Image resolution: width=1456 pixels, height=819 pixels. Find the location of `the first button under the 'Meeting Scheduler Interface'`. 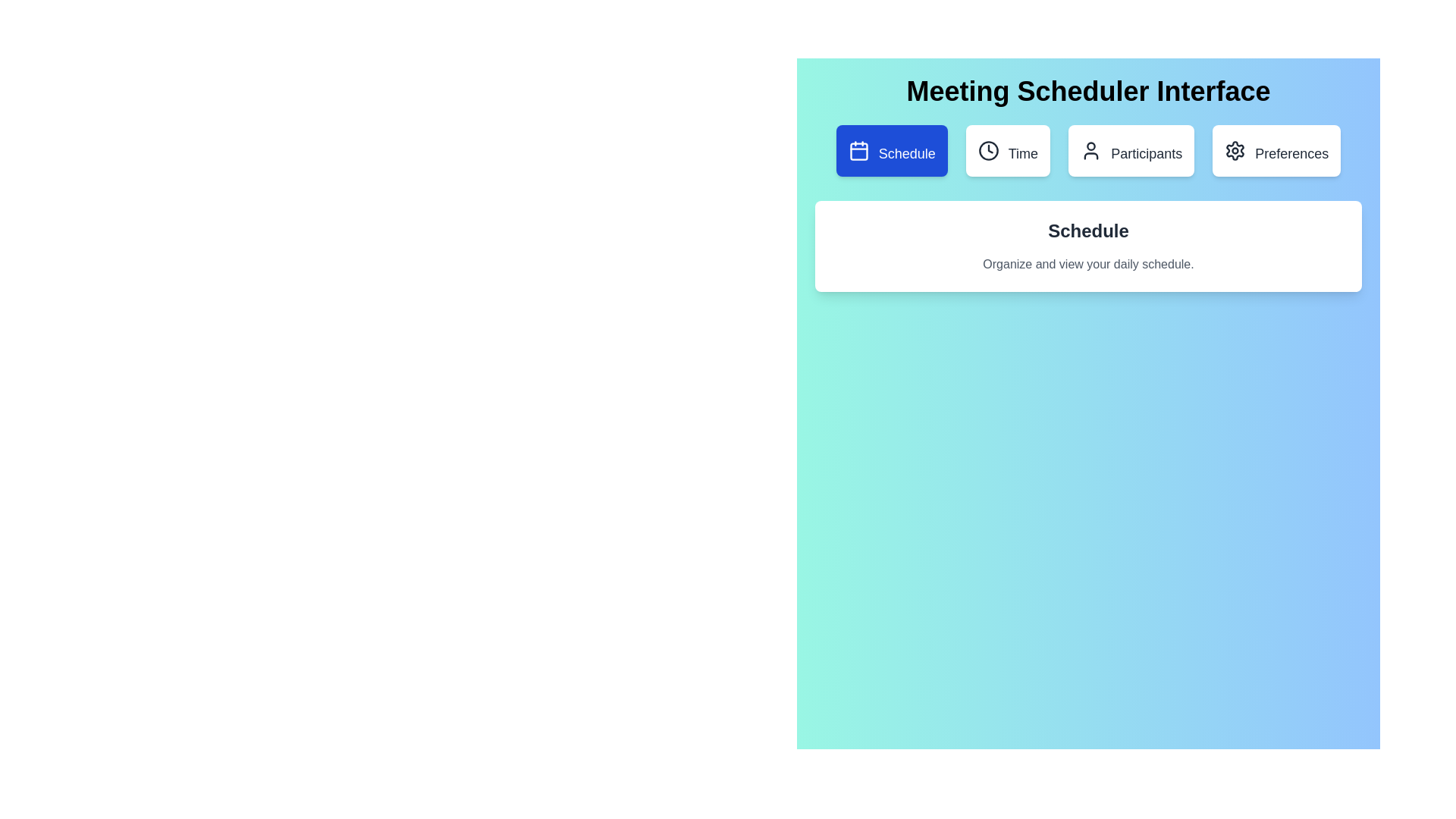

the first button under the 'Meeting Scheduler Interface' is located at coordinates (892, 151).